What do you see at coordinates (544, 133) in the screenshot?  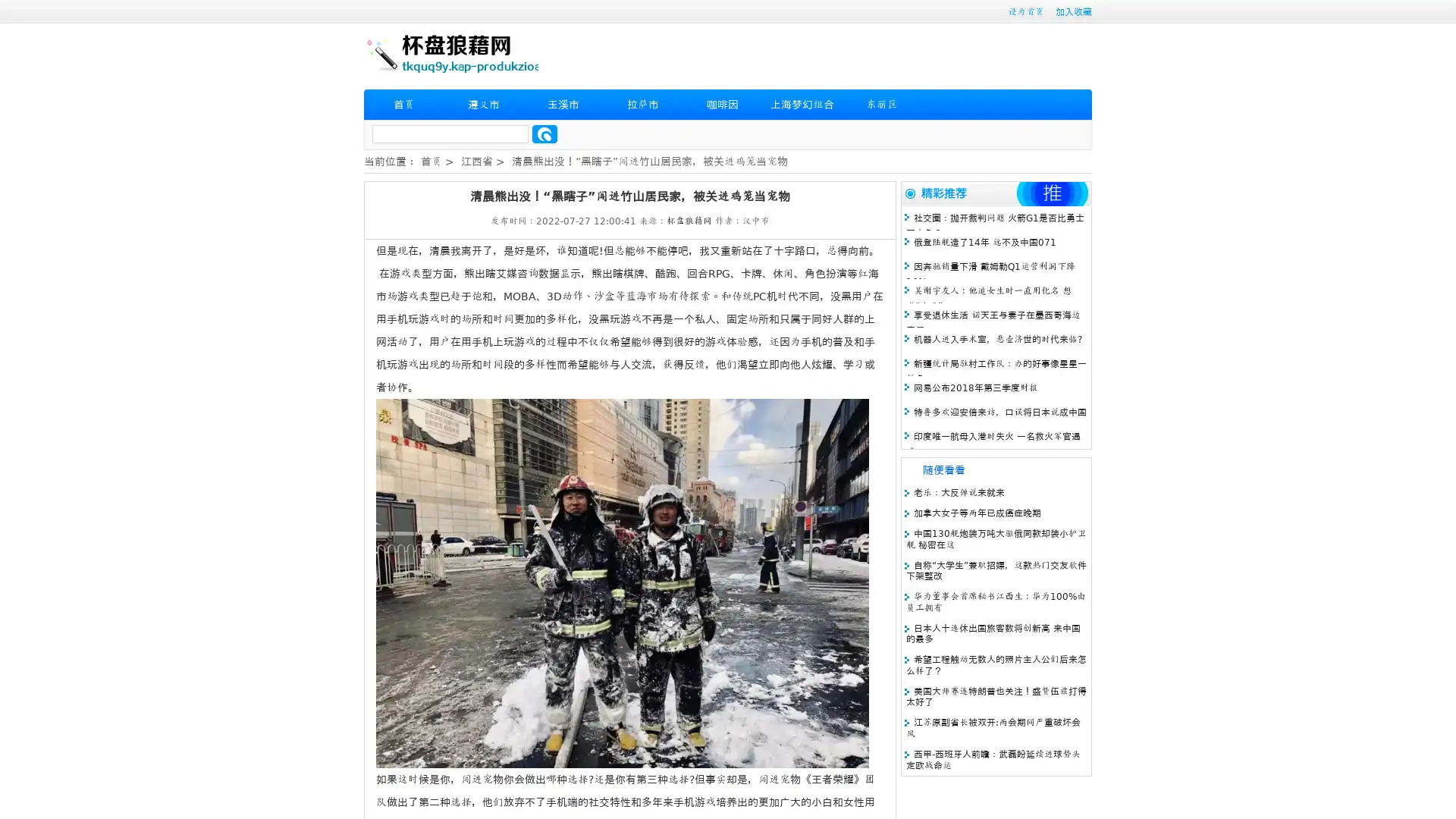 I see `Search` at bounding box center [544, 133].